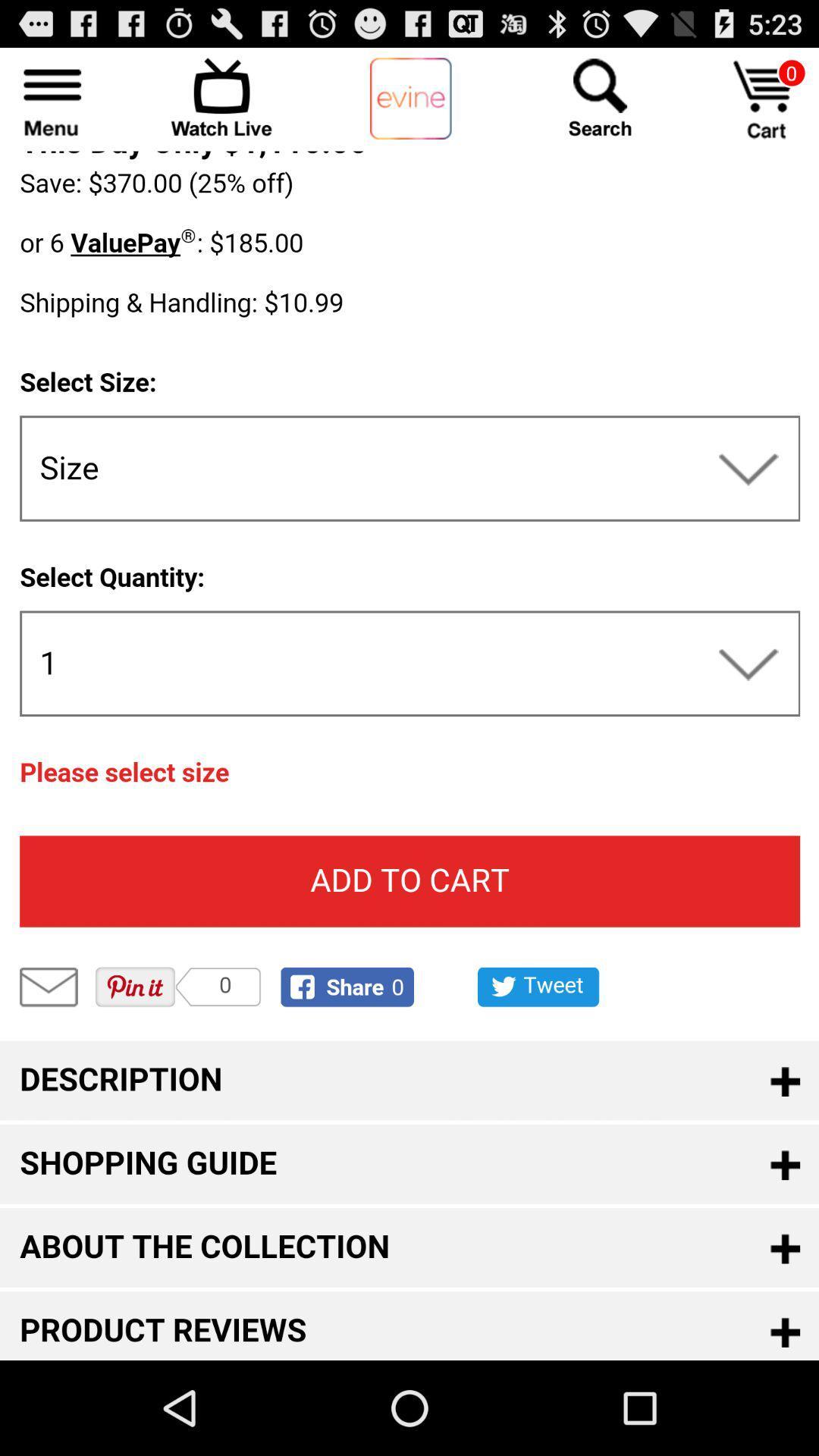  I want to click on evine, so click(410, 99).